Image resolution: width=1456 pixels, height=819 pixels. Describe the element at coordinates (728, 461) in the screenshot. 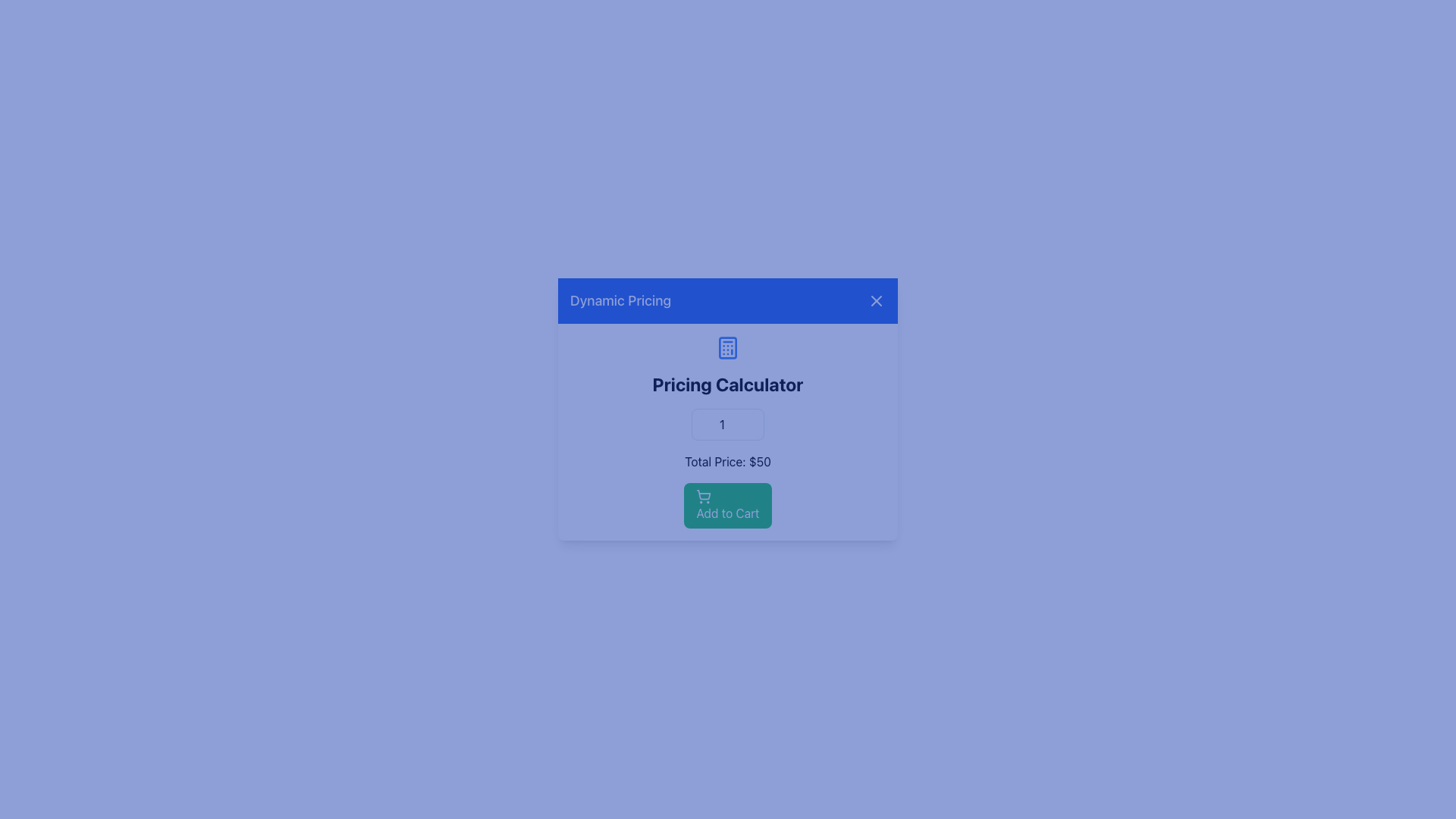

I see `the static text label that displays the total calculated price in the 'Pricing Calculator' interface, which is located centrally below the numeric input field and above the 'Add to Cart' button` at that location.